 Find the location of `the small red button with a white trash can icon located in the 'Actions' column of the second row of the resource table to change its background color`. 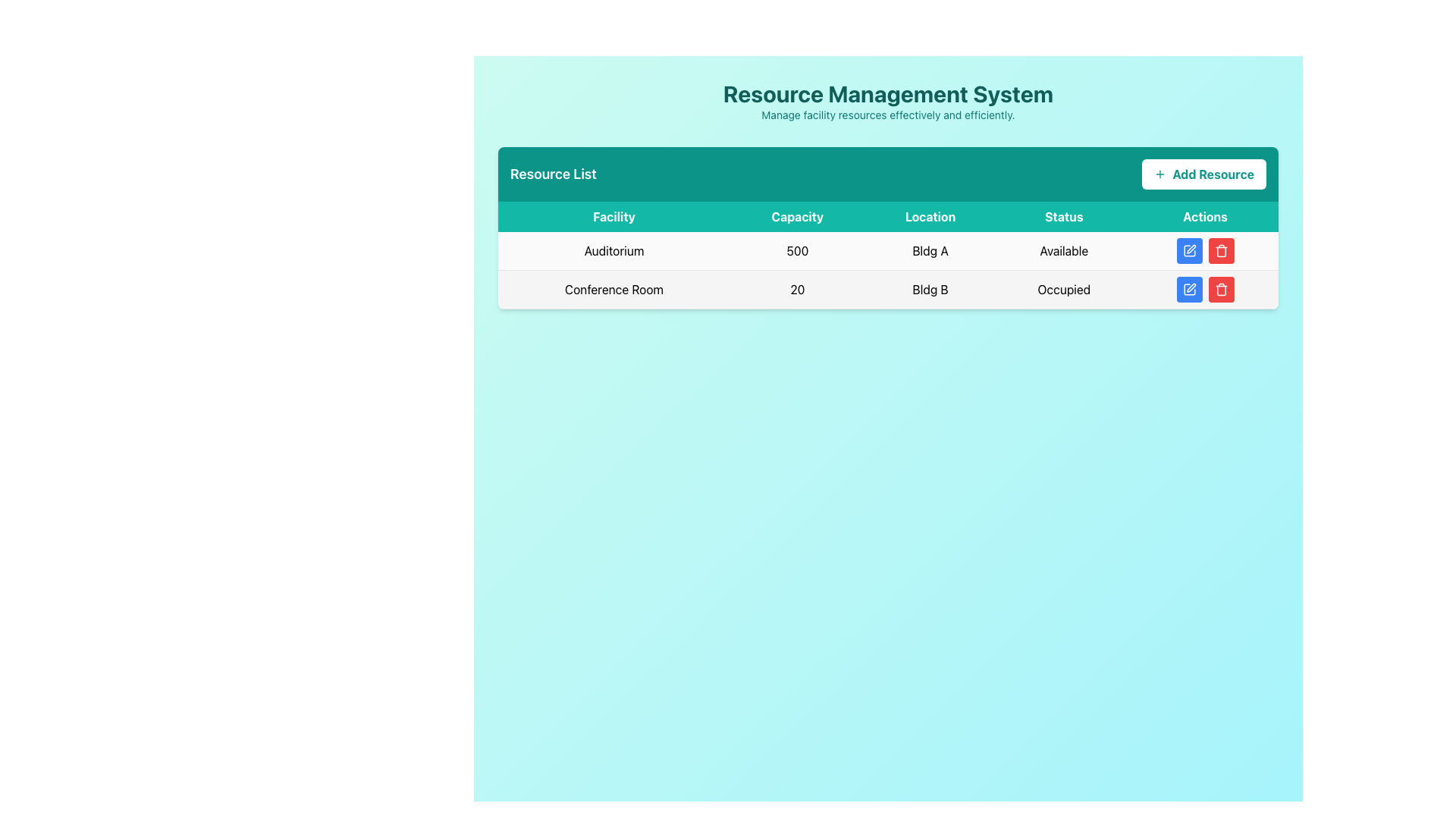

the small red button with a white trash can icon located in the 'Actions' column of the second row of the resource table to change its background color is located at coordinates (1221, 289).